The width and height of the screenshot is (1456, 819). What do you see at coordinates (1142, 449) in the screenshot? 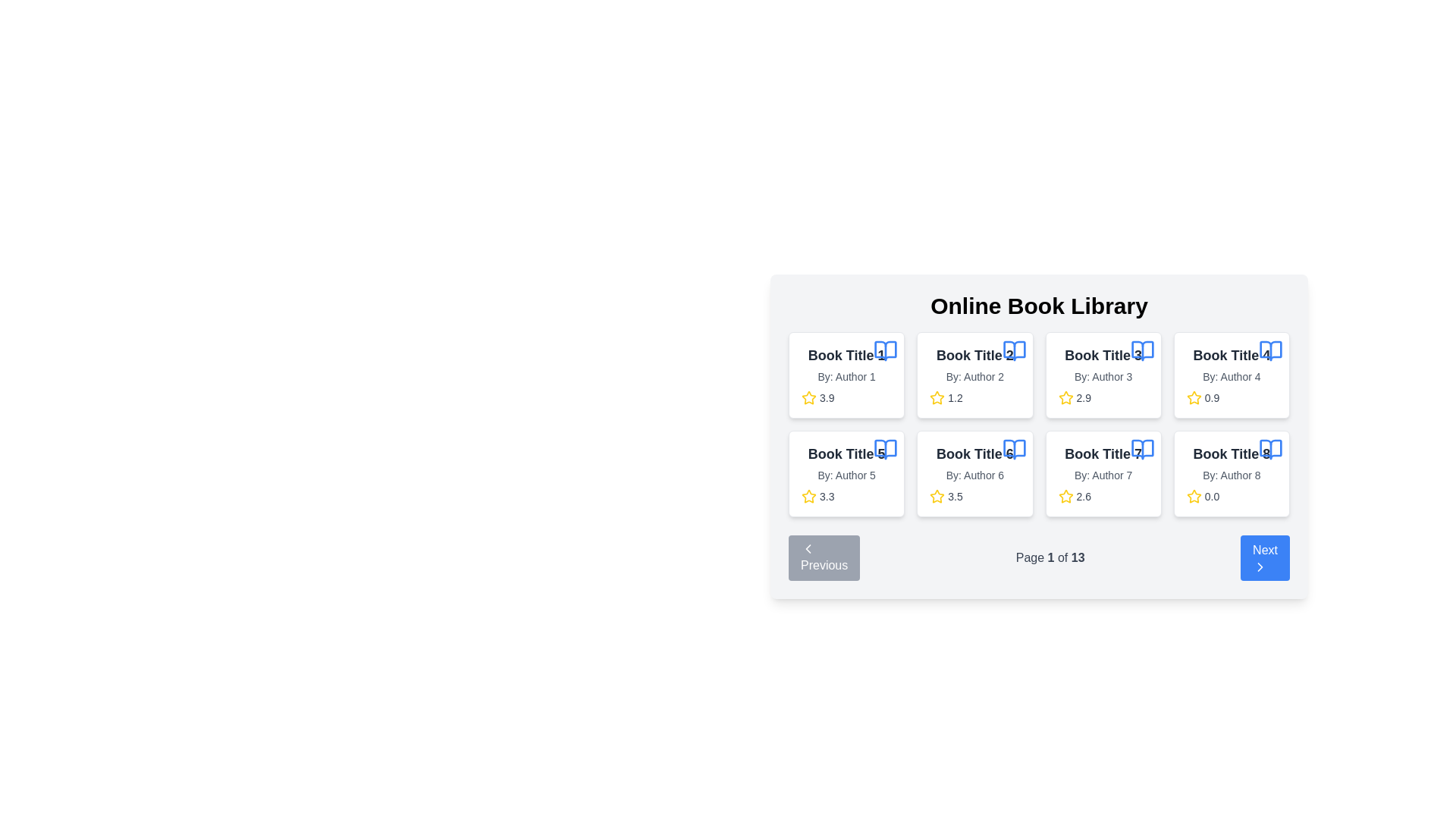
I see `the blue bookmark icon located in the top-right corner of the card for 'Book Title 7'` at bounding box center [1142, 449].